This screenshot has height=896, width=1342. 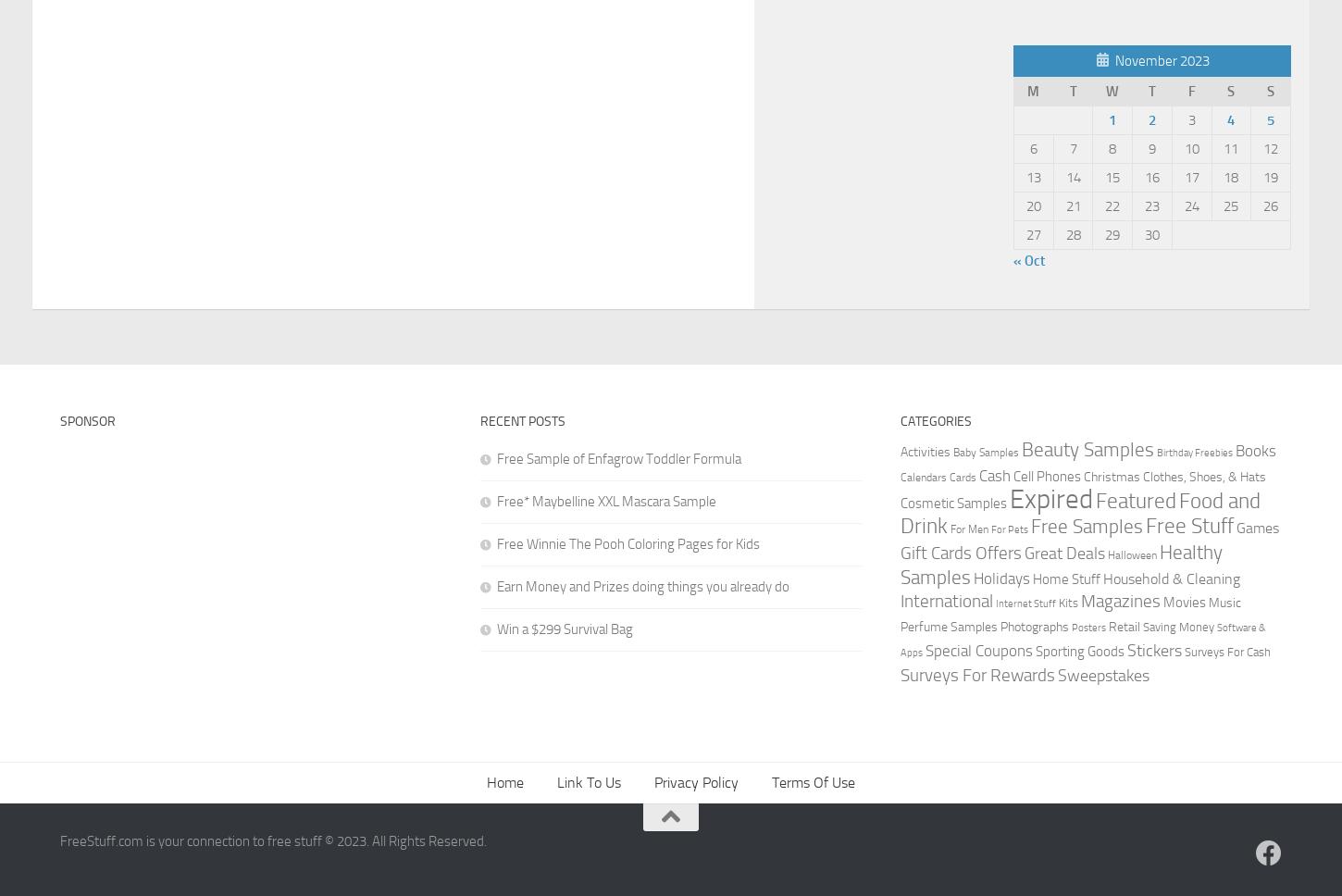 What do you see at coordinates (1191, 92) in the screenshot?
I see `'F'` at bounding box center [1191, 92].